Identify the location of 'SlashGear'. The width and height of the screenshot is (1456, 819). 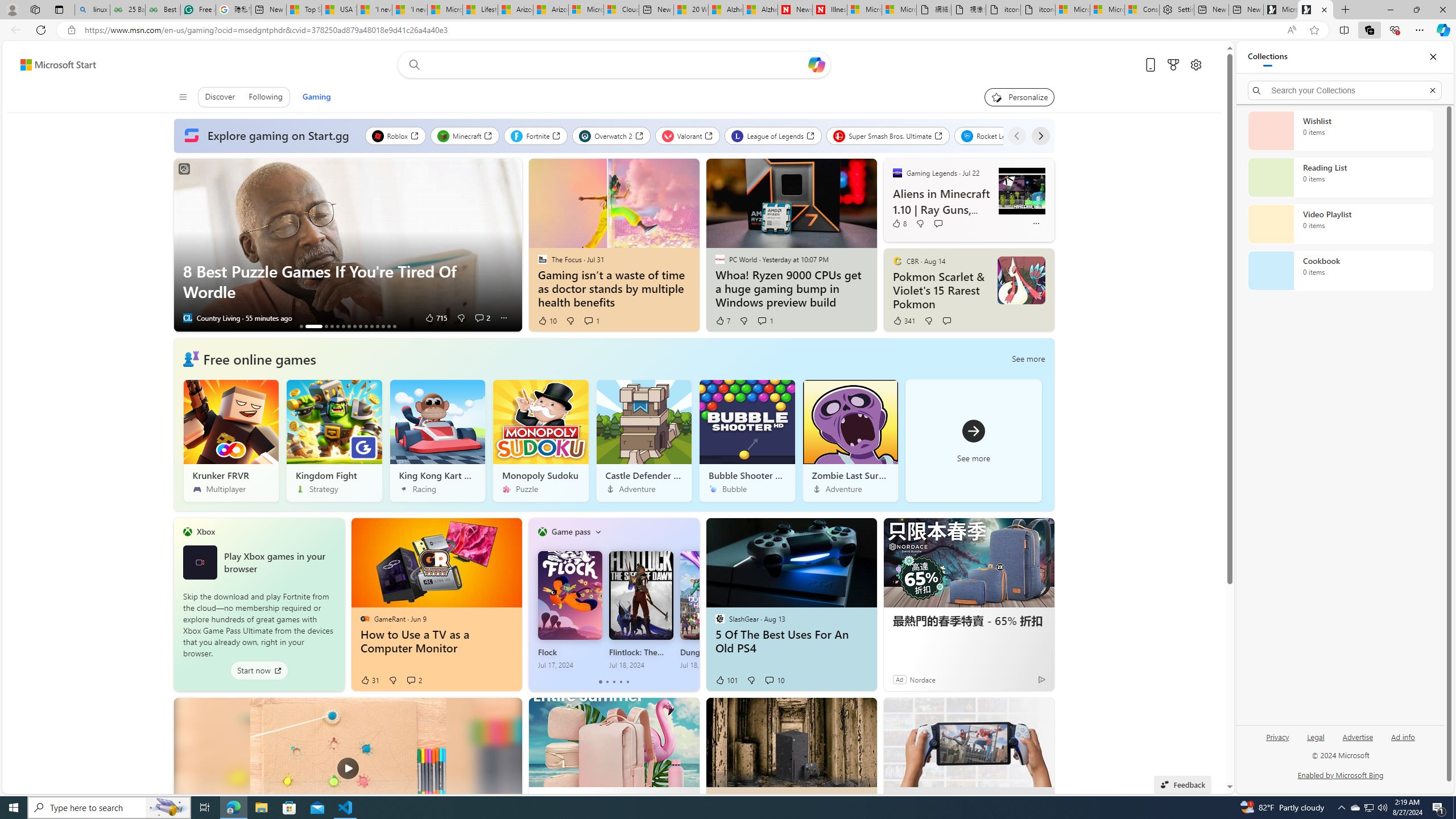
(719, 618).